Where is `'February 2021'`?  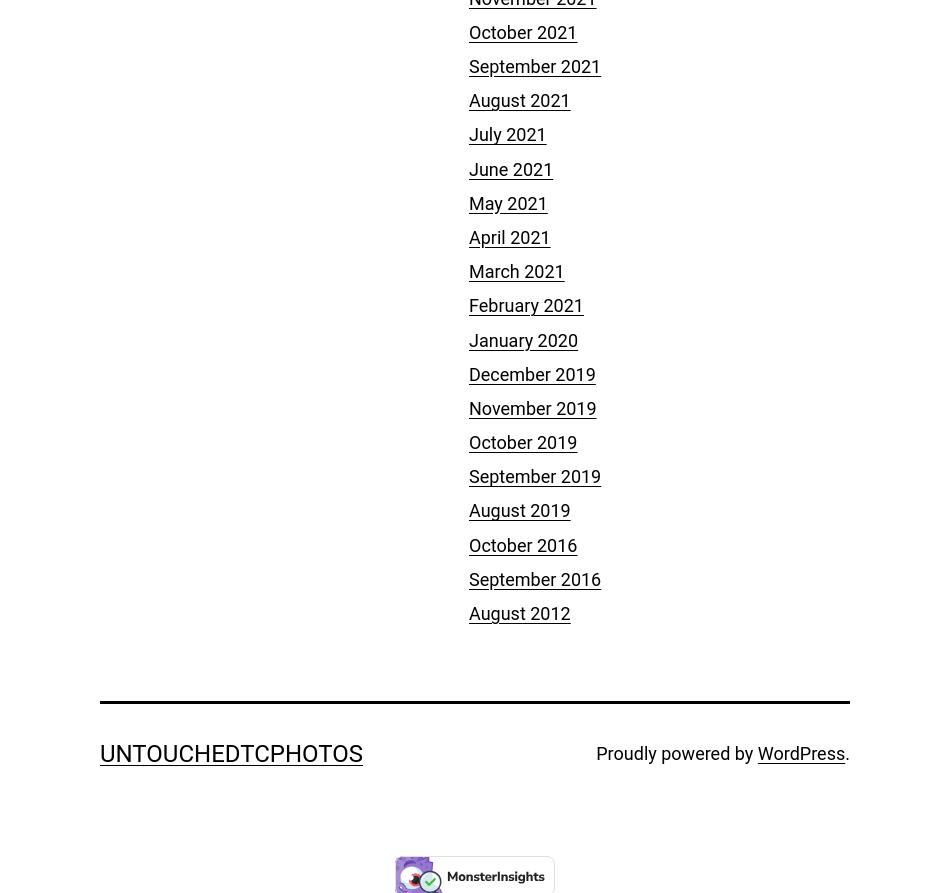
'February 2021' is located at coordinates (468, 305).